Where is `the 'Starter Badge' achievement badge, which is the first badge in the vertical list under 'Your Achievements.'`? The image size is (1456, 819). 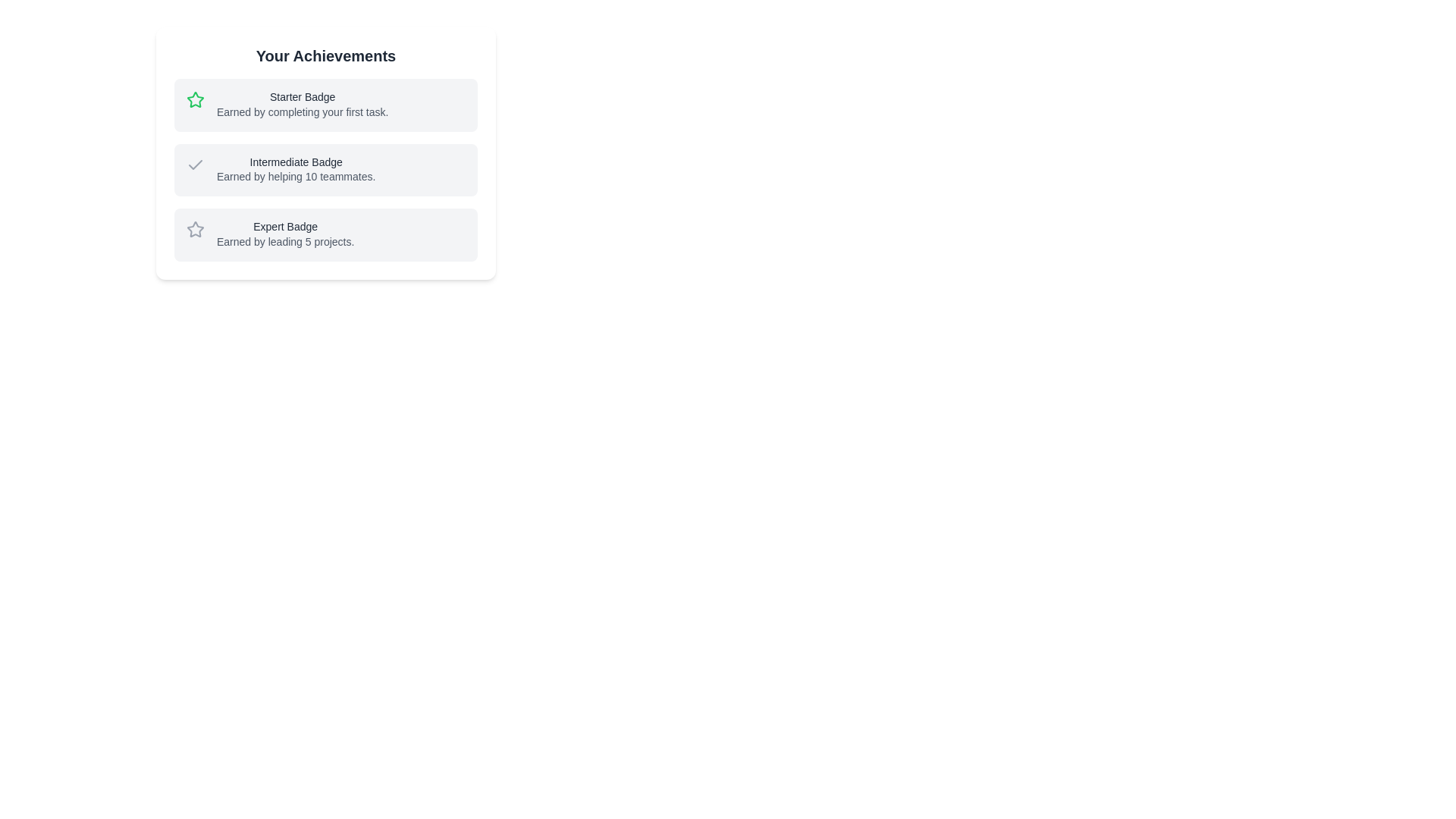 the 'Starter Badge' achievement badge, which is the first badge in the vertical list under 'Your Achievements.' is located at coordinates (325, 104).